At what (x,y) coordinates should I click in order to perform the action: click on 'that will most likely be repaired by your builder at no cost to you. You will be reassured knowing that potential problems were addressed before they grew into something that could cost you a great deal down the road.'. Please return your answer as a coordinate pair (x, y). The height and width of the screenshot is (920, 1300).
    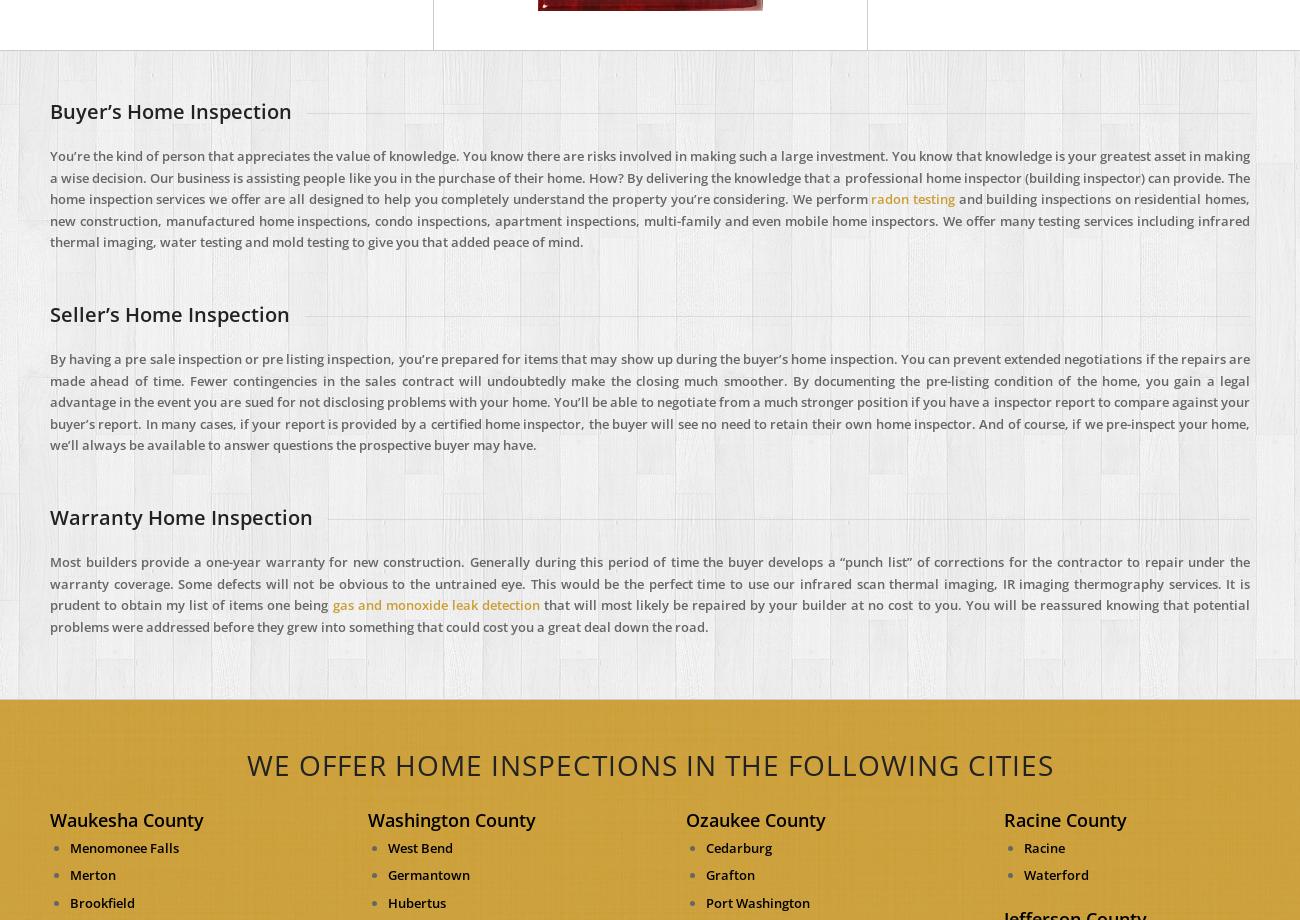
    Looking at the image, I should click on (49, 614).